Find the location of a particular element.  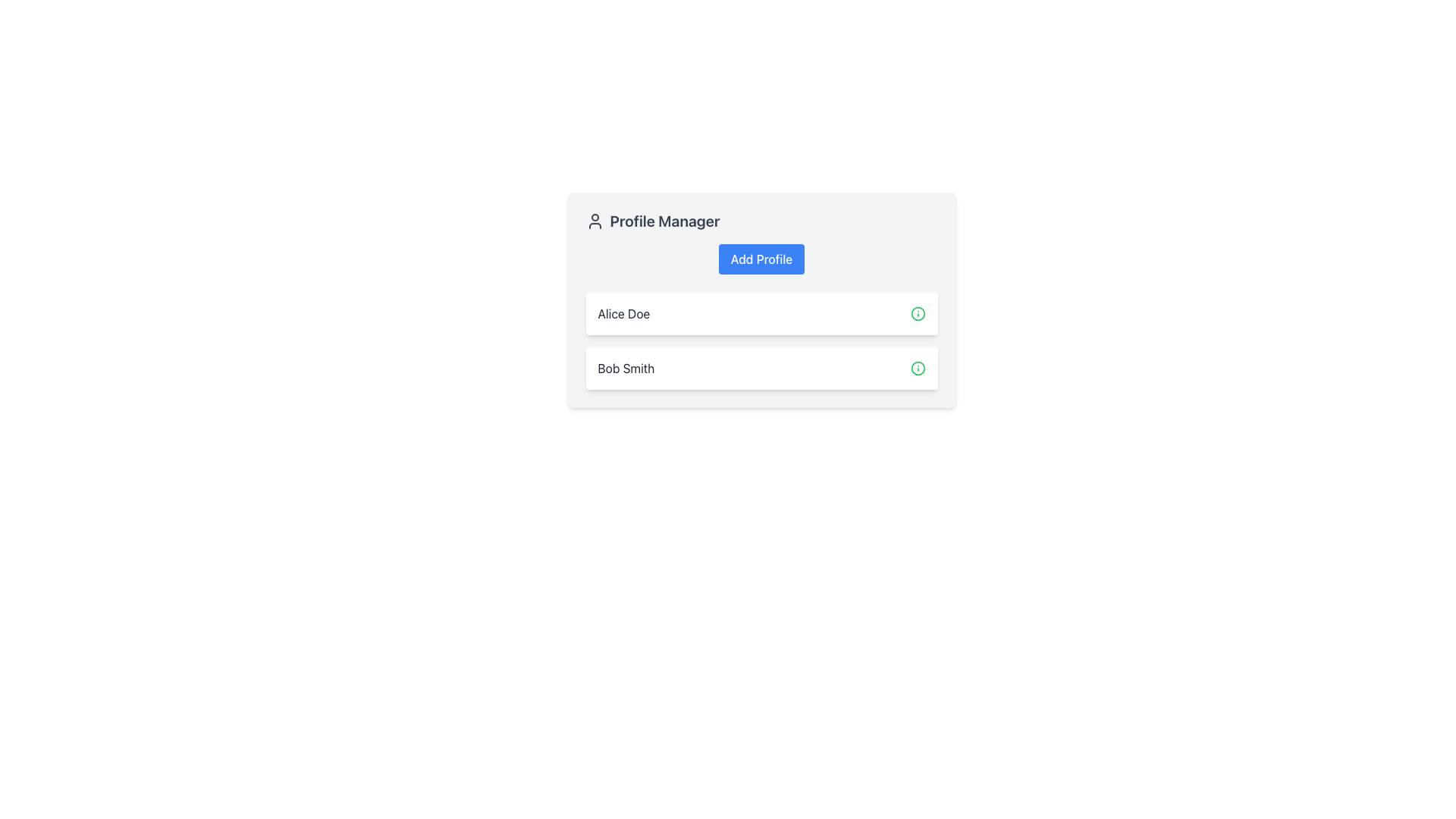

the green circular icon adjacent to the 'Alice Doe' profile is located at coordinates (917, 312).